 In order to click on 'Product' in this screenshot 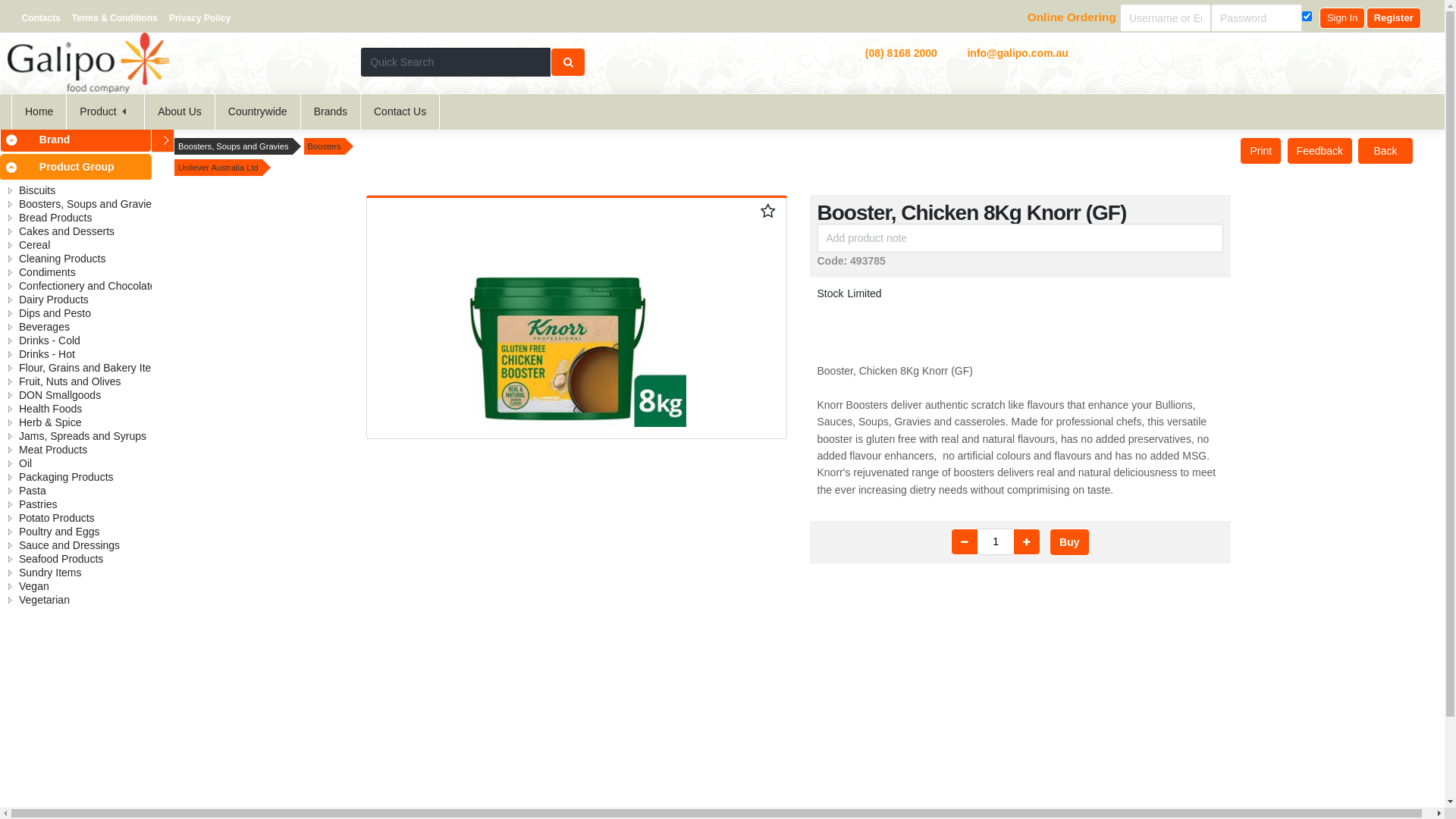, I will do `click(105, 110)`.